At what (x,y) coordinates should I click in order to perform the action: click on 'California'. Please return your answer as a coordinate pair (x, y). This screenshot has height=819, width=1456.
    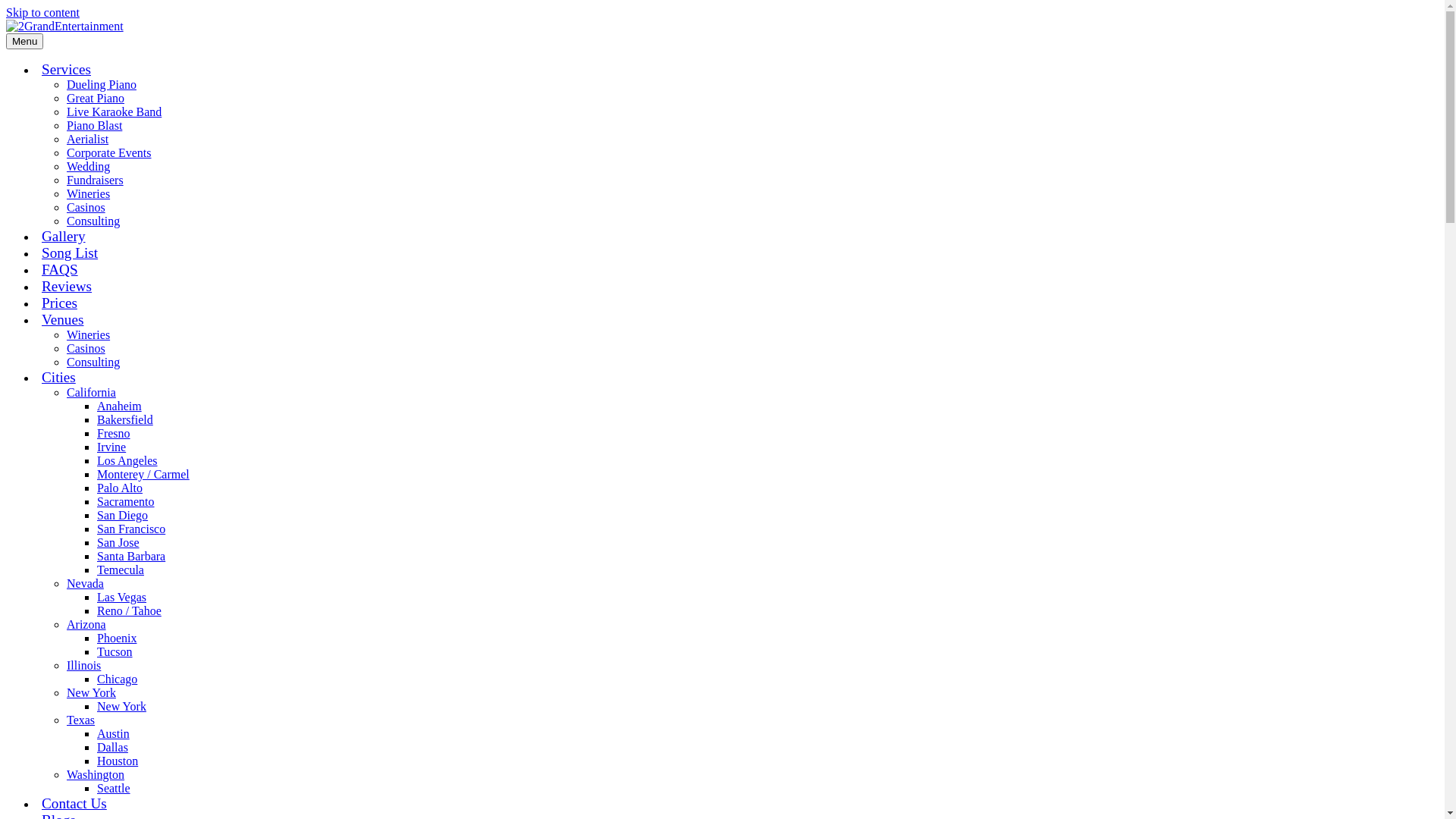
    Looking at the image, I should click on (90, 391).